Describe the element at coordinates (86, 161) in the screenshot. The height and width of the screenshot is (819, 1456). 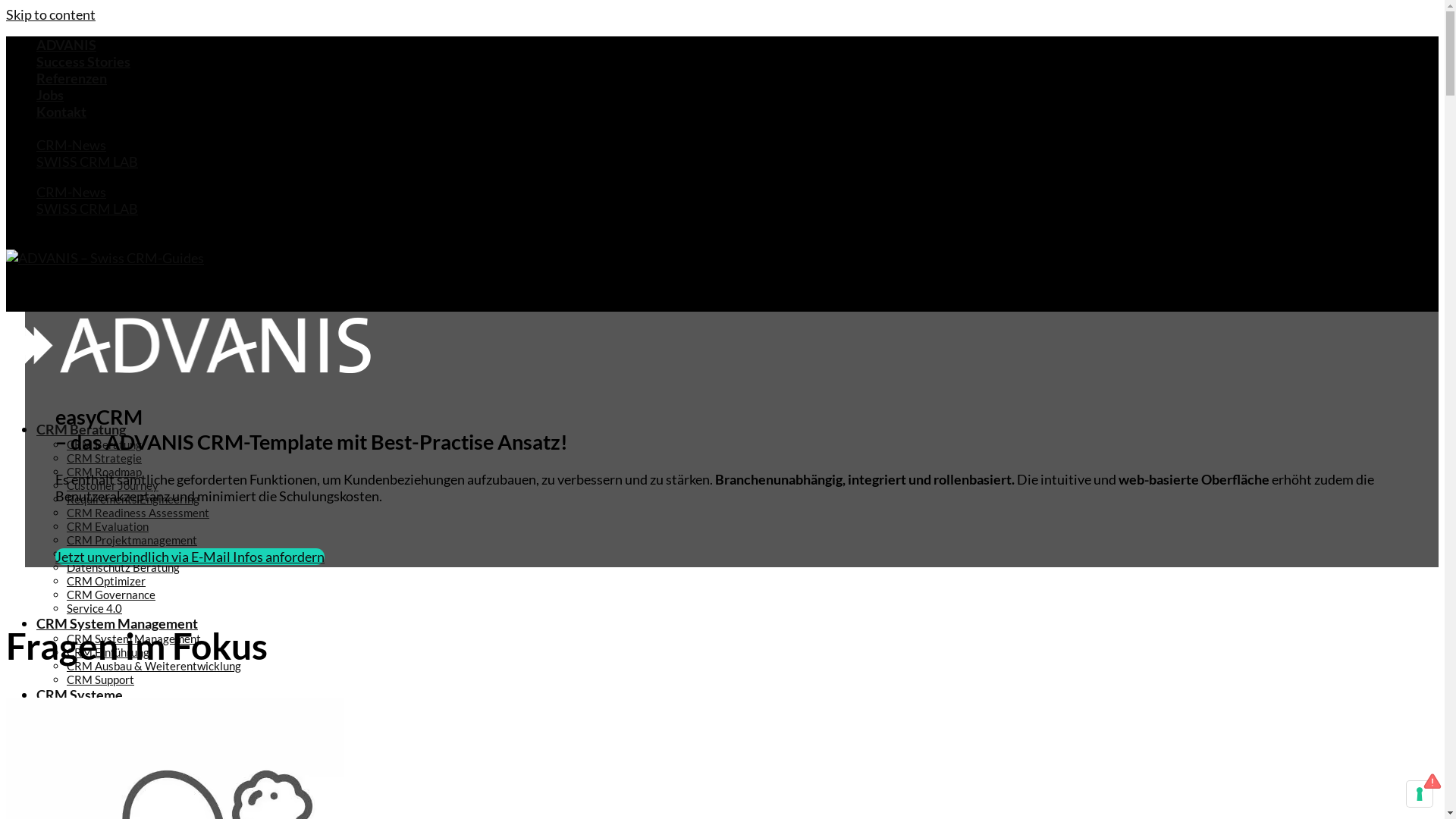
I see `'SWISS CRM LAB'` at that location.